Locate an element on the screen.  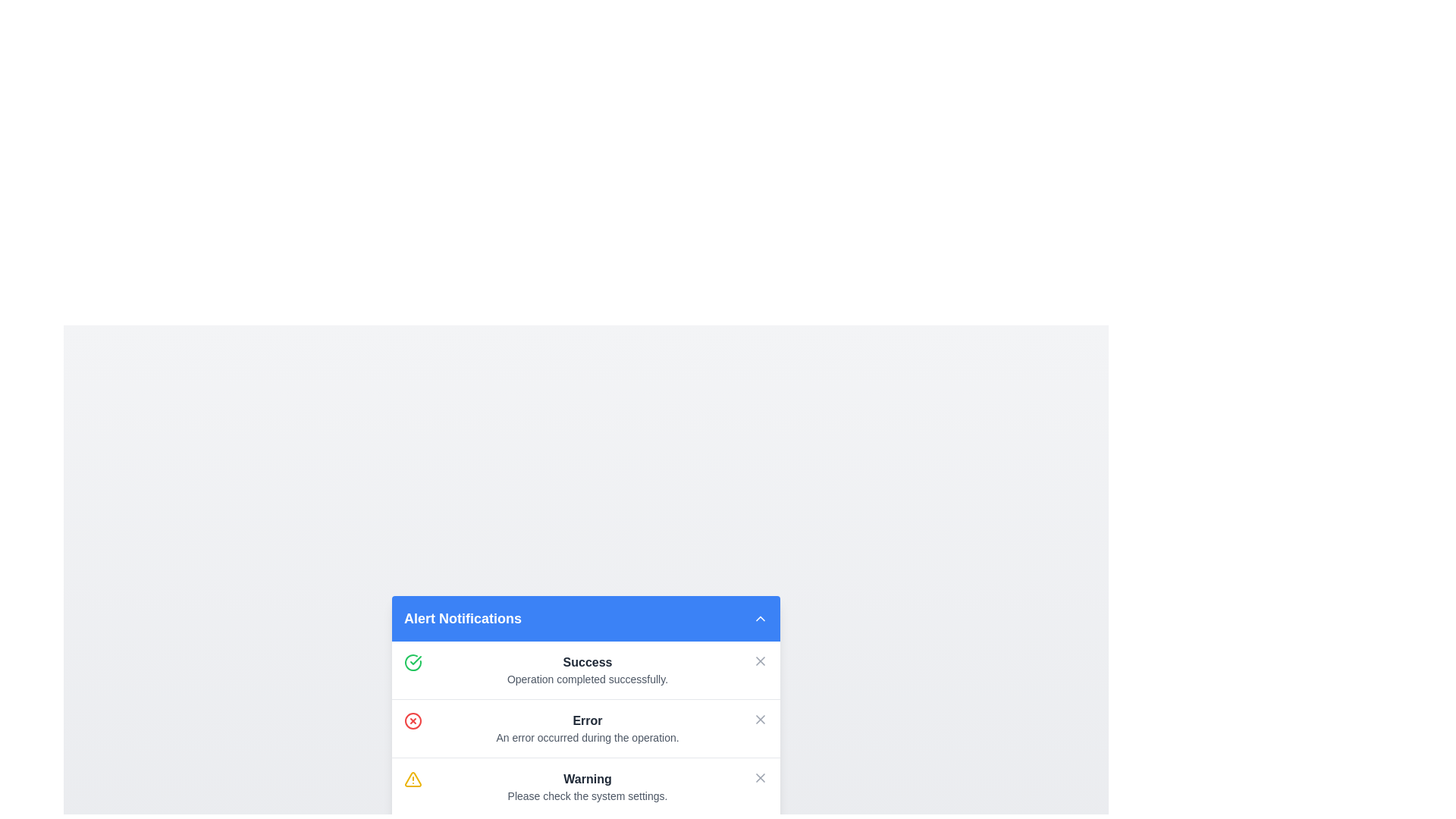
the green checkmark icon indicating a successful operation in the Success row of the Alert Notifications panel is located at coordinates (416, 659).